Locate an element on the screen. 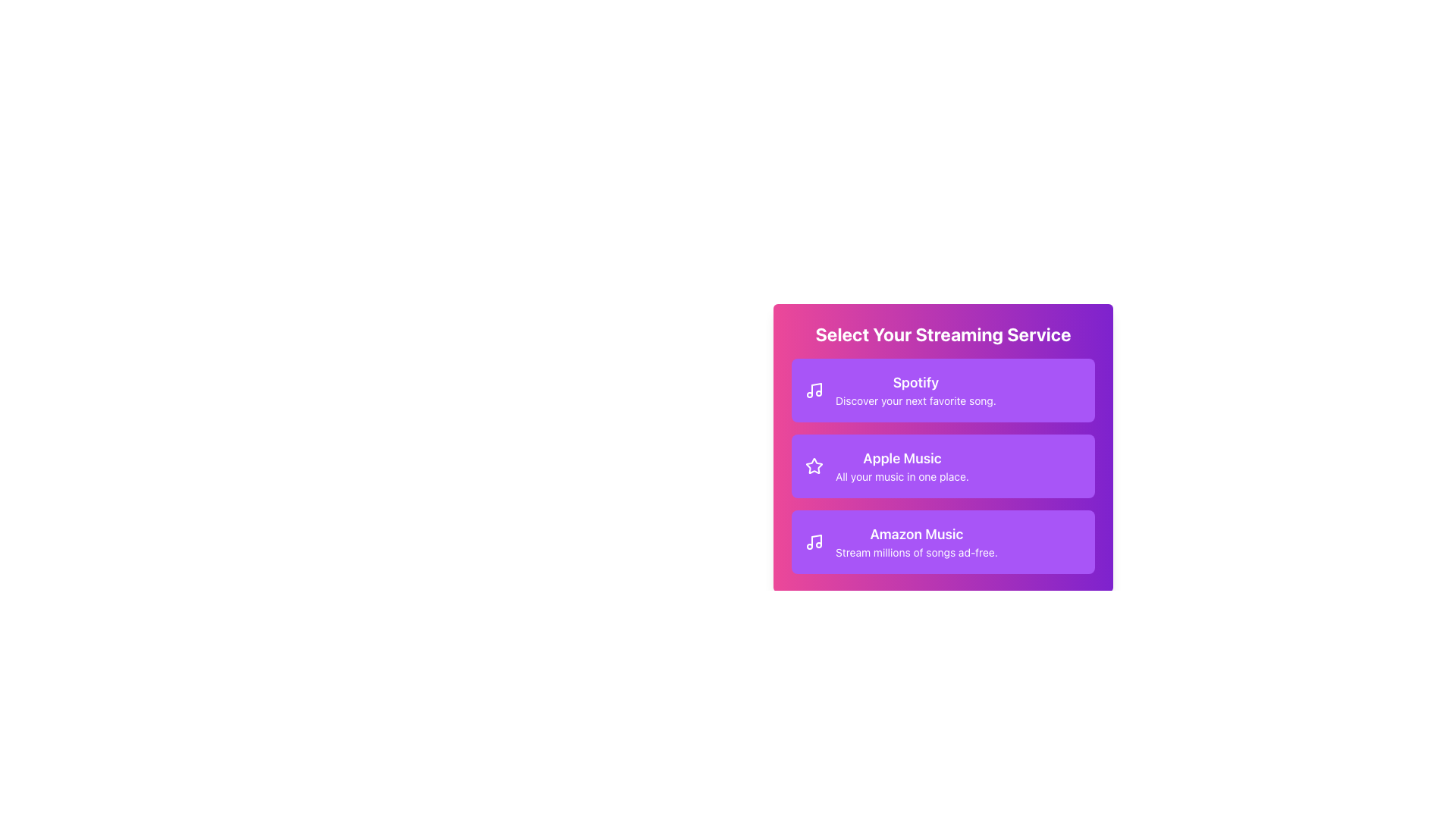  the 'Amazon Music' button, which is the third option in the 'Select Your Streaming Service' card is located at coordinates (915, 541).